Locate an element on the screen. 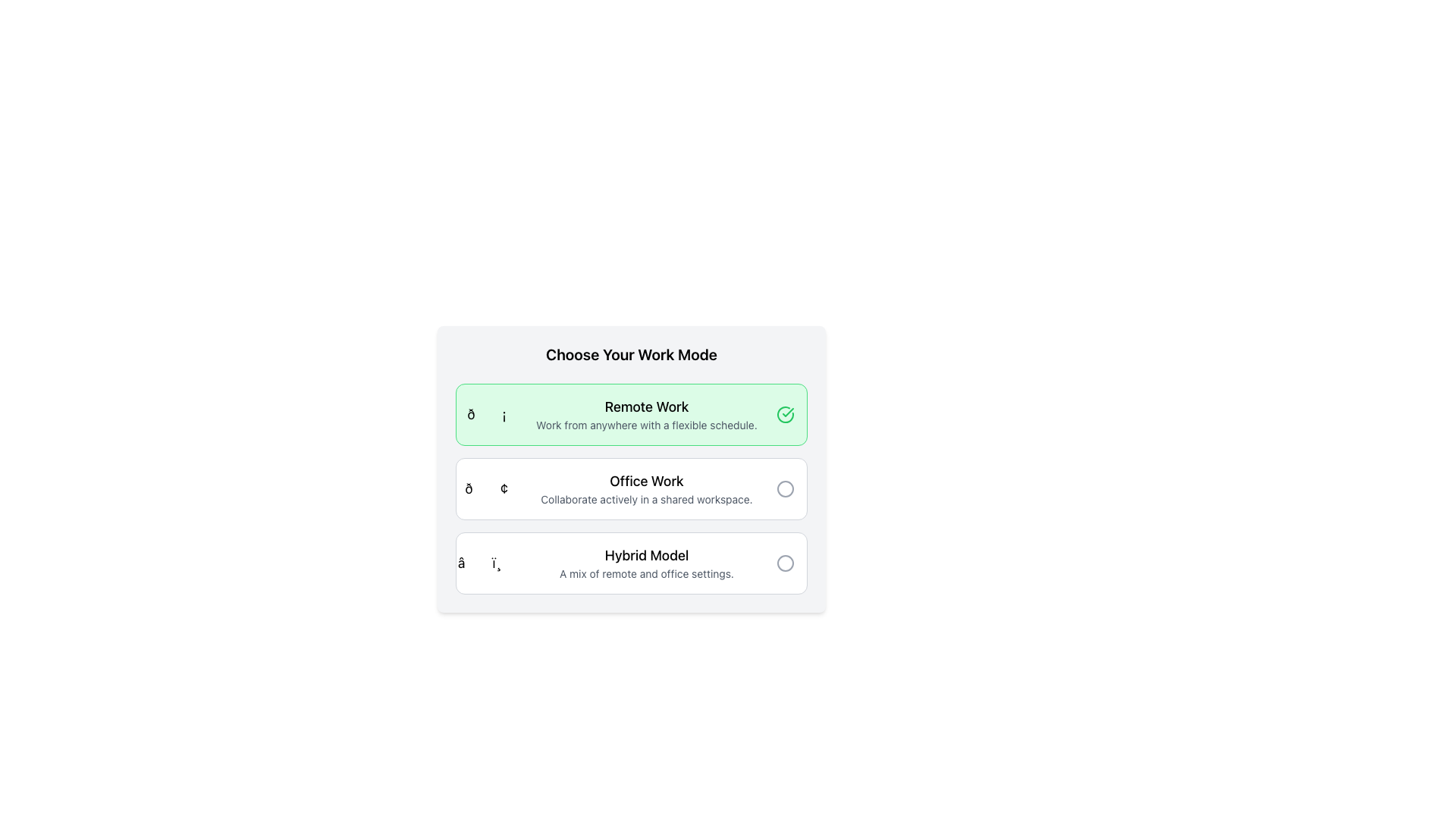 This screenshot has width=1456, height=819. the check icon located on the far right side of the 'Remote Work' option is located at coordinates (786, 415).